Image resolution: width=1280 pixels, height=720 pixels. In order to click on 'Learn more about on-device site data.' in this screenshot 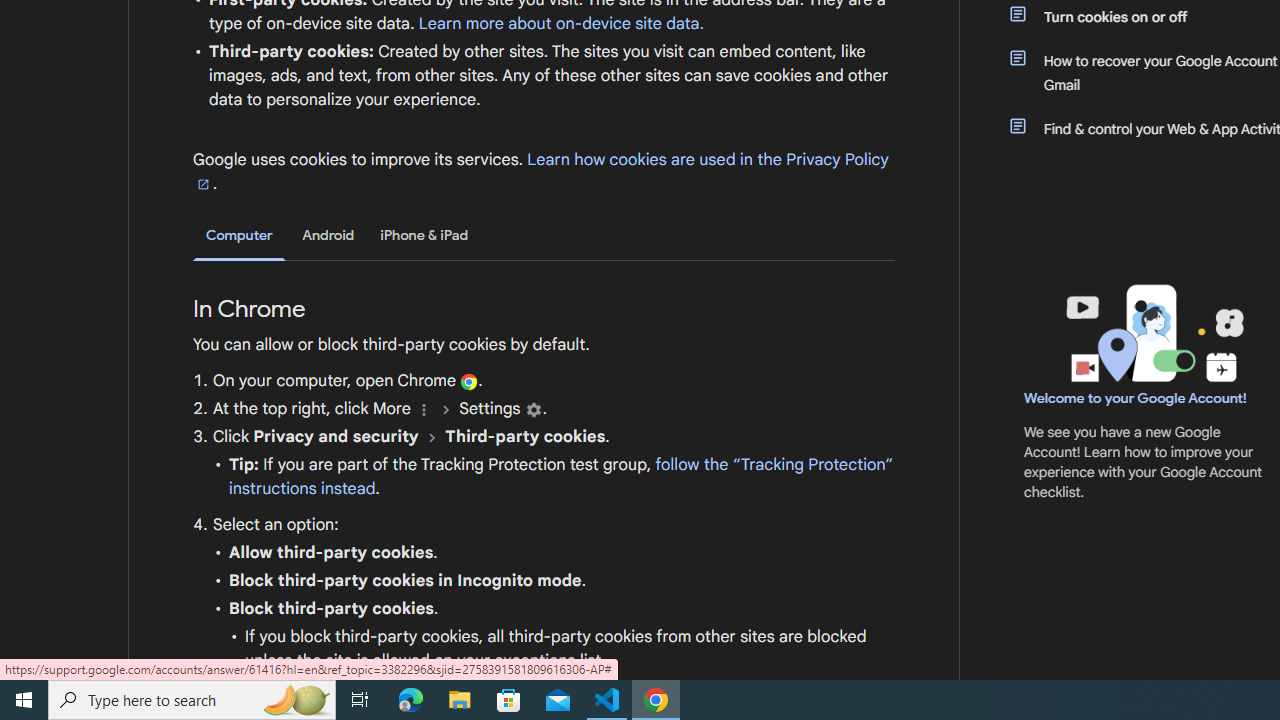, I will do `click(560, 23)`.